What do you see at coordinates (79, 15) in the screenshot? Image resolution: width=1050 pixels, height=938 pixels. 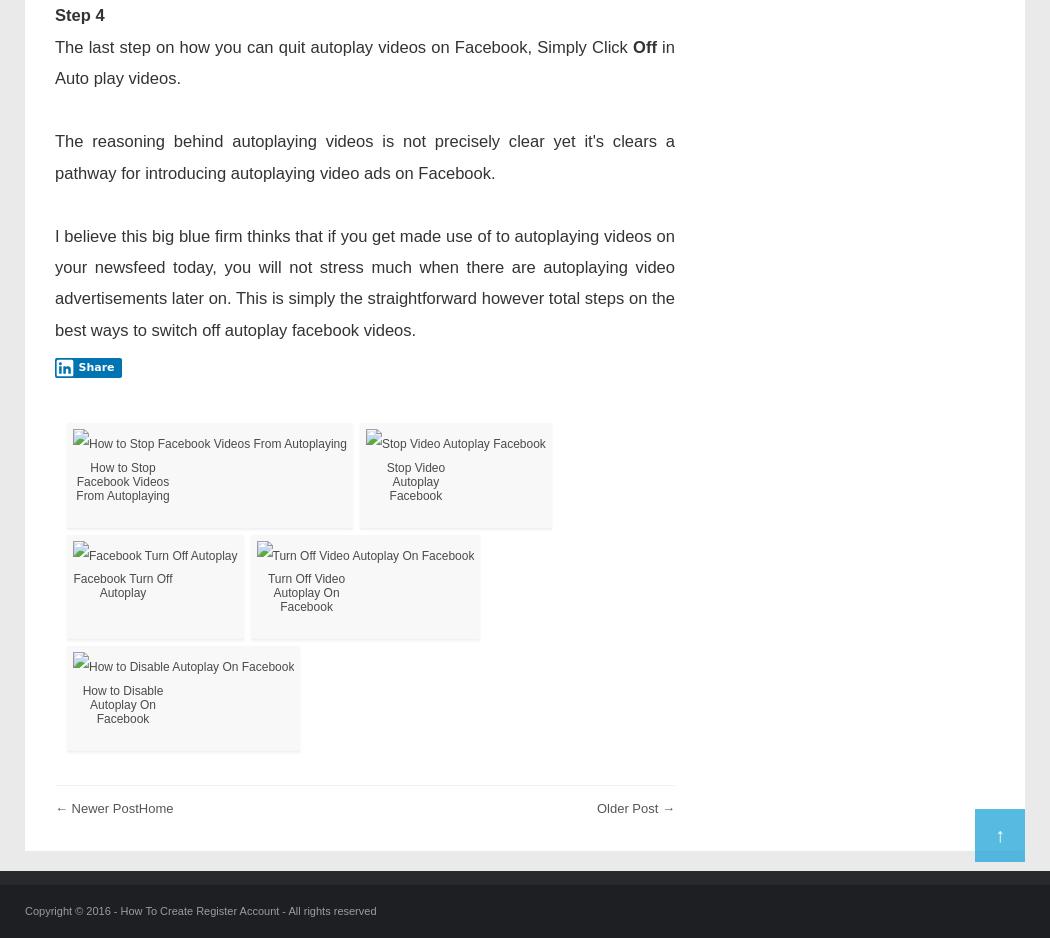 I see `'Step 4'` at bounding box center [79, 15].